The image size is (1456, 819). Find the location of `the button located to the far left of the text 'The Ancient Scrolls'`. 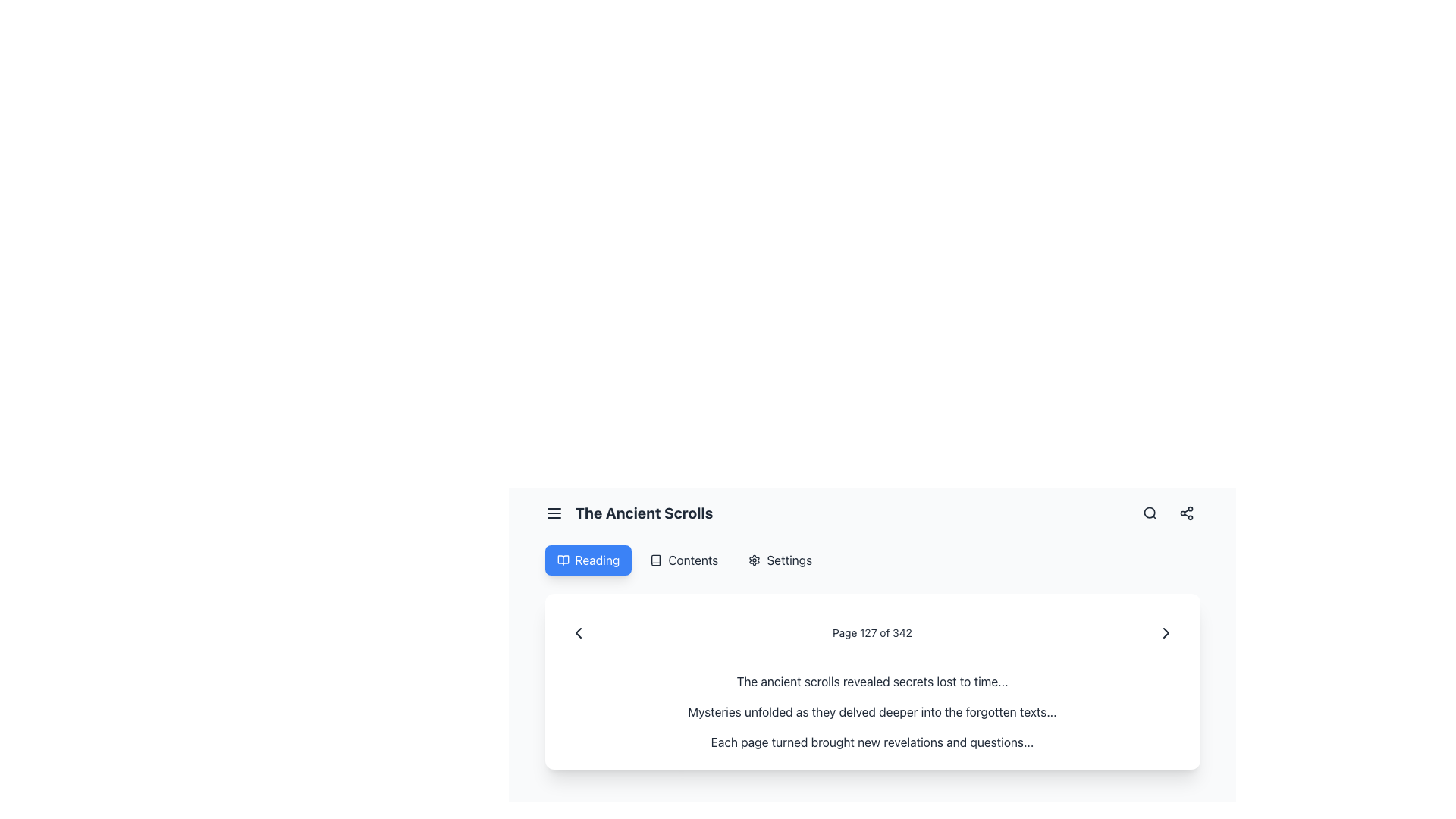

the button located to the far left of the text 'The Ancient Scrolls' is located at coordinates (553, 513).